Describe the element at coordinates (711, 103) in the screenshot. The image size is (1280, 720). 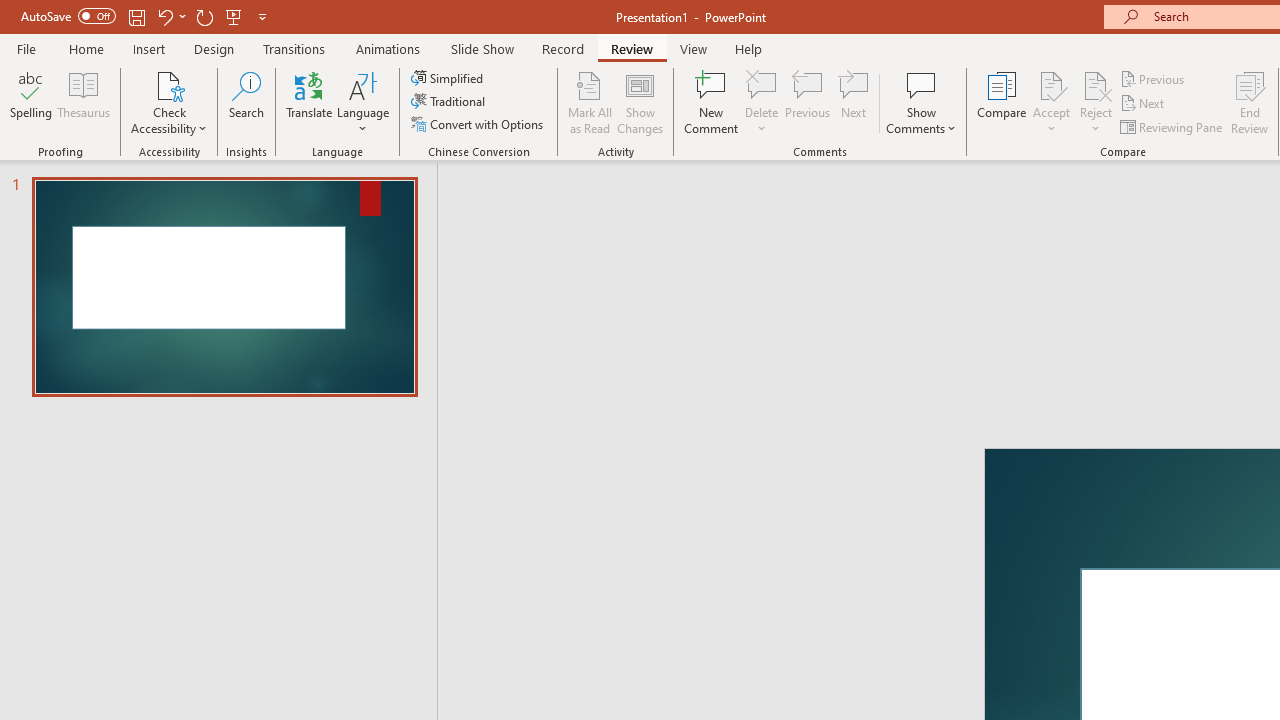
I see `'New Comment'` at that location.